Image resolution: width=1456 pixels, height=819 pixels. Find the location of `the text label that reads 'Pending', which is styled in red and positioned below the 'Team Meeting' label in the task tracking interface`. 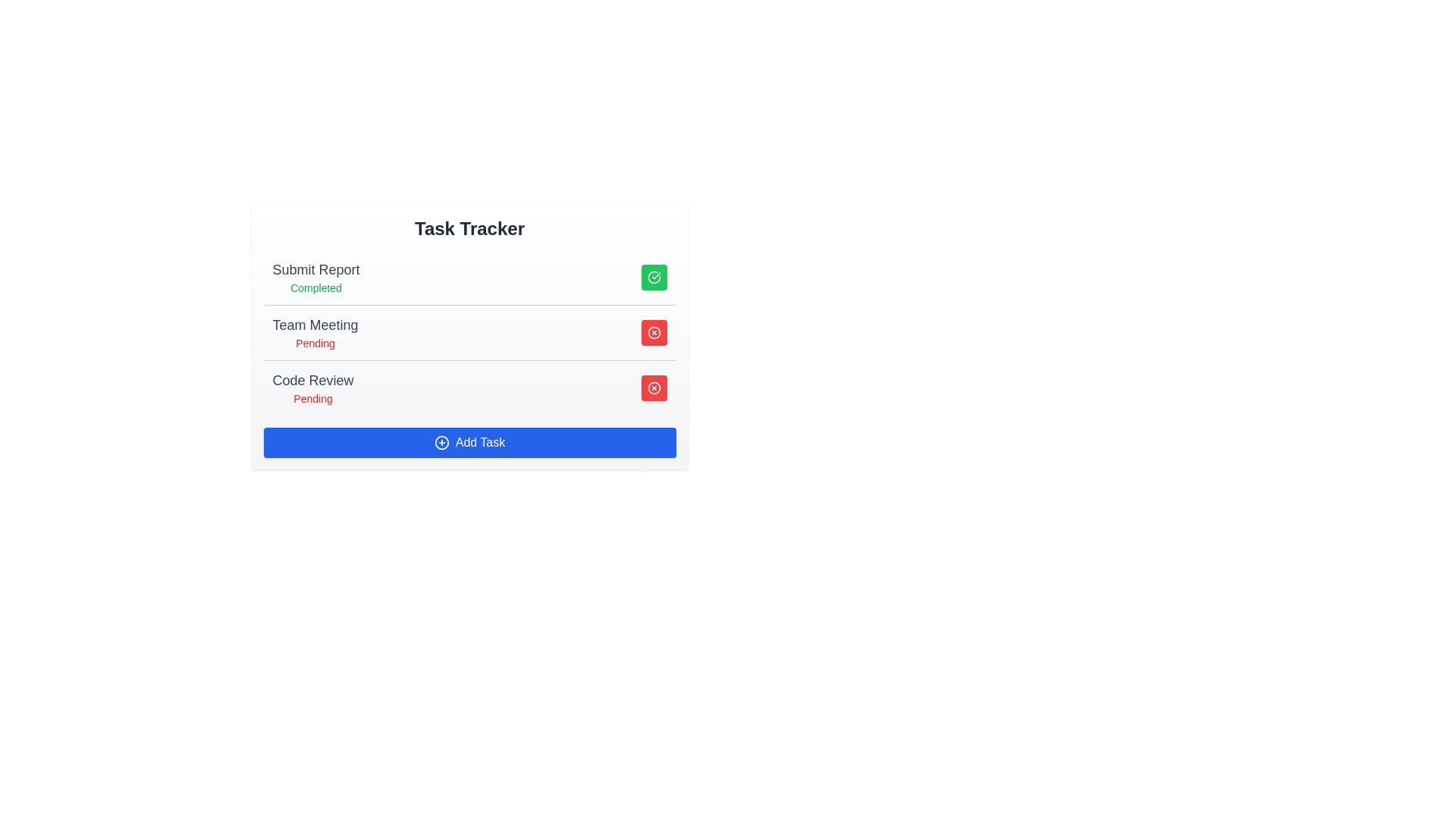

the text label that reads 'Pending', which is styled in red and positioned below the 'Team Meeting' label in the task tracking interface is located at coordinates (315, 343).